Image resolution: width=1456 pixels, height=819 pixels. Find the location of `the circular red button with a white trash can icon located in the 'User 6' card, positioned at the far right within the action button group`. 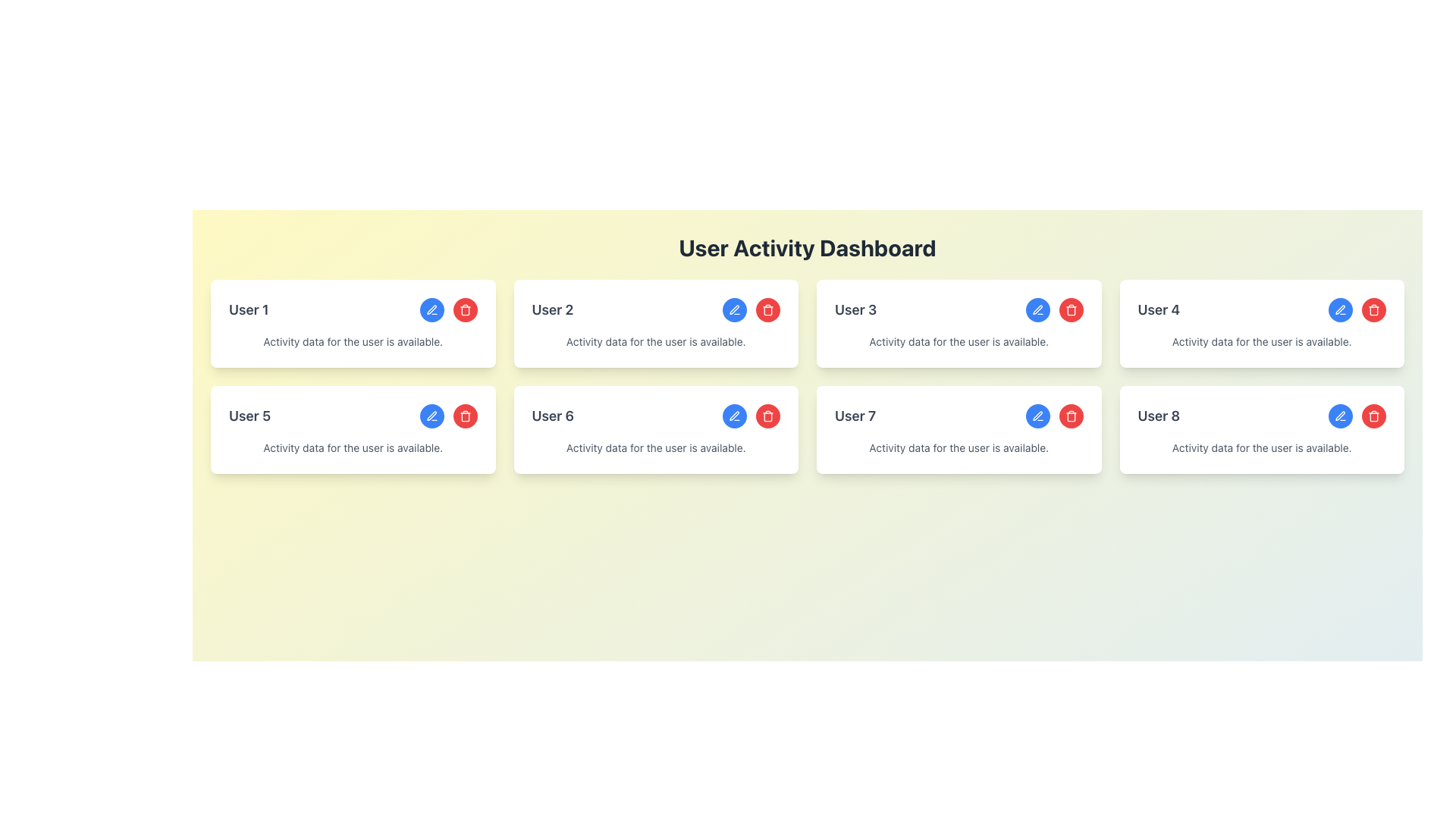

the circular red button with a white trash can icon located in the 'User 6' card, positioned at the far right within the action button group is located at coordinates (767, 416).